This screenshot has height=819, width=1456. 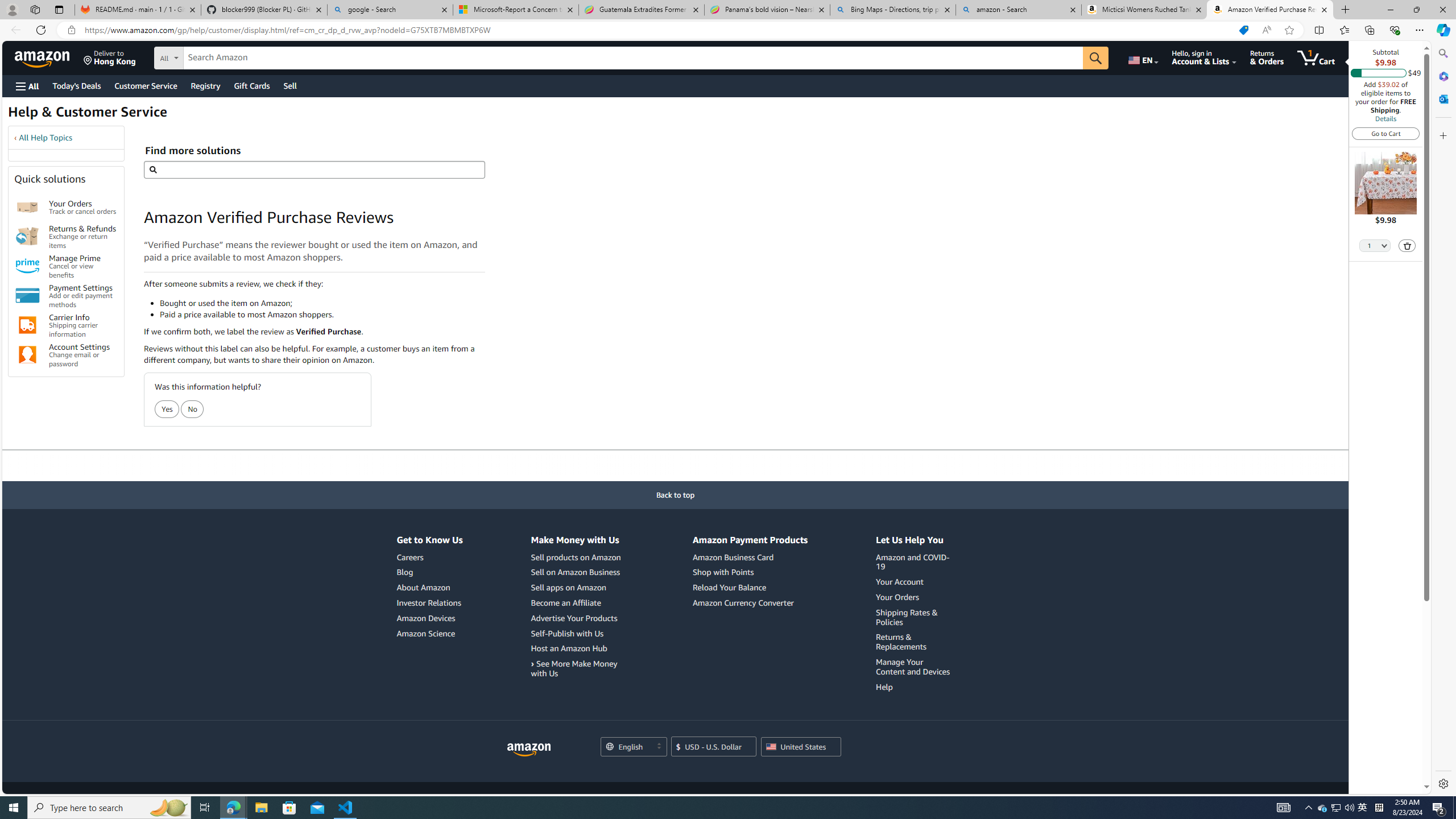 I want to click on 'Amazon Devices', so click(x=429, y=618).